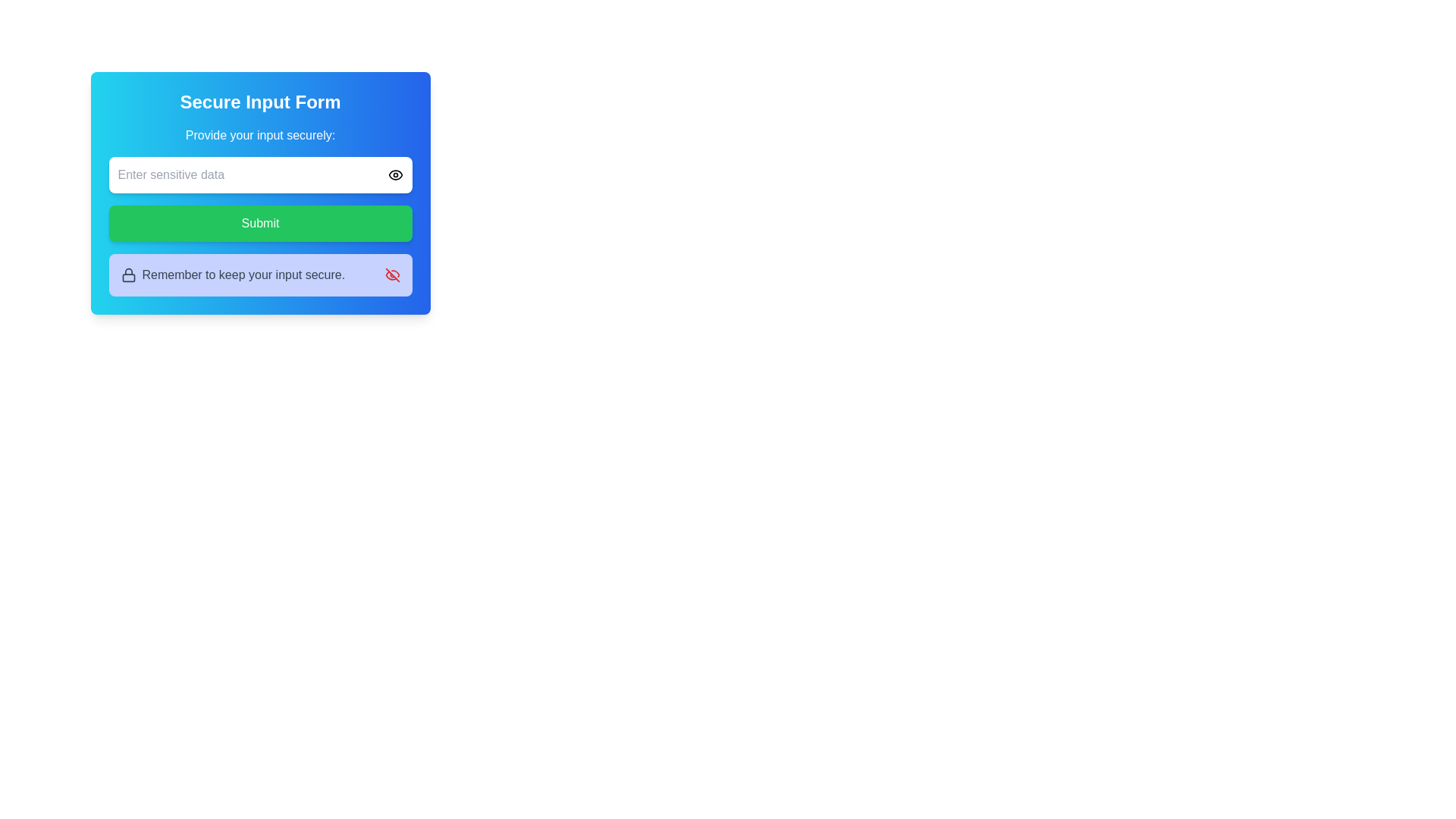  Describe the element at coordinates (128, 278) in the screenshot. I see `the Decorative UI element, which is a rectangular shape located at the base of a lock icon within an SVG, positioned to the left of a security reminder text` at that location.